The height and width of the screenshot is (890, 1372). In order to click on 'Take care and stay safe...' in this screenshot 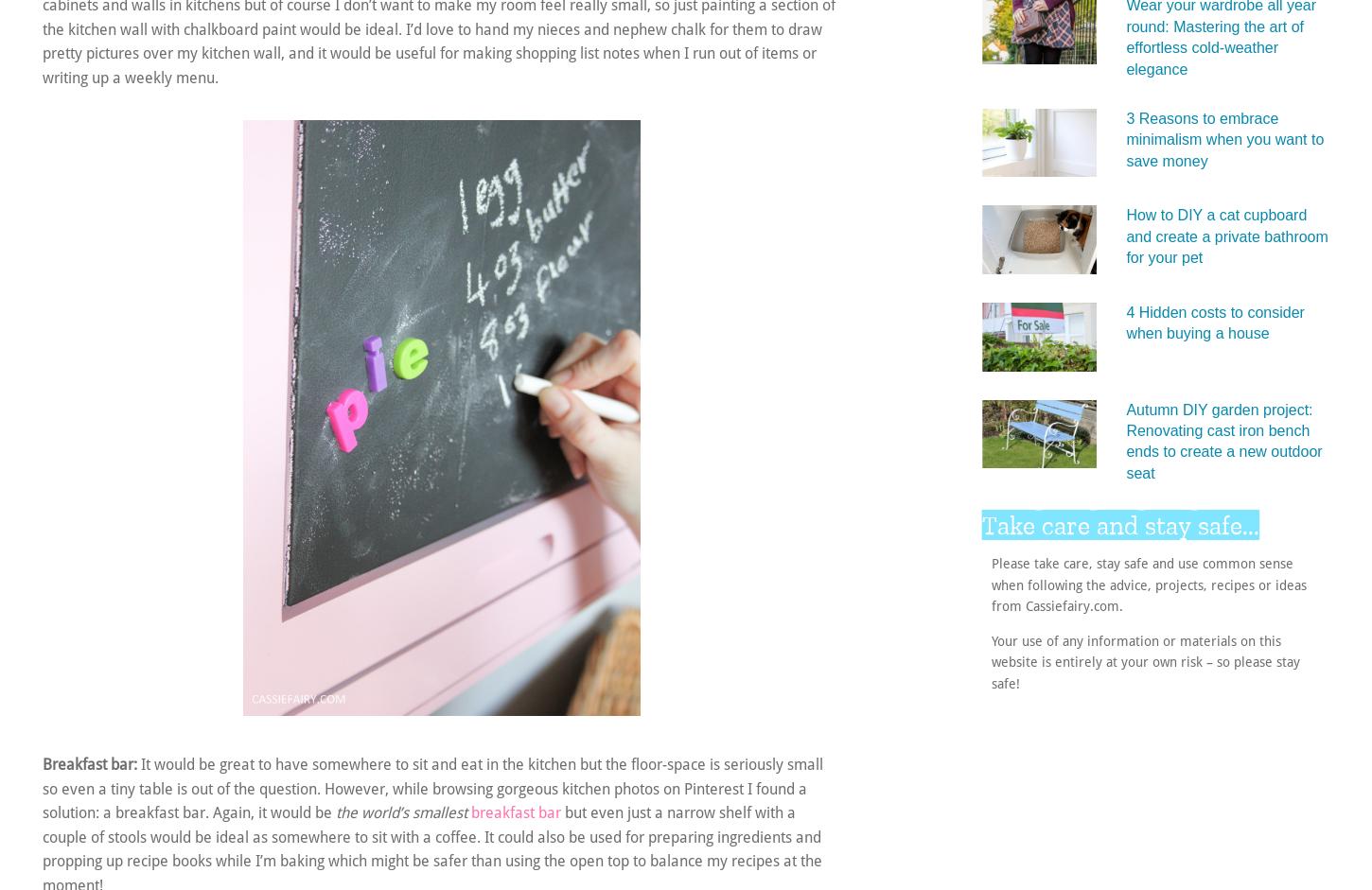, I will do `click(982, 525)`.